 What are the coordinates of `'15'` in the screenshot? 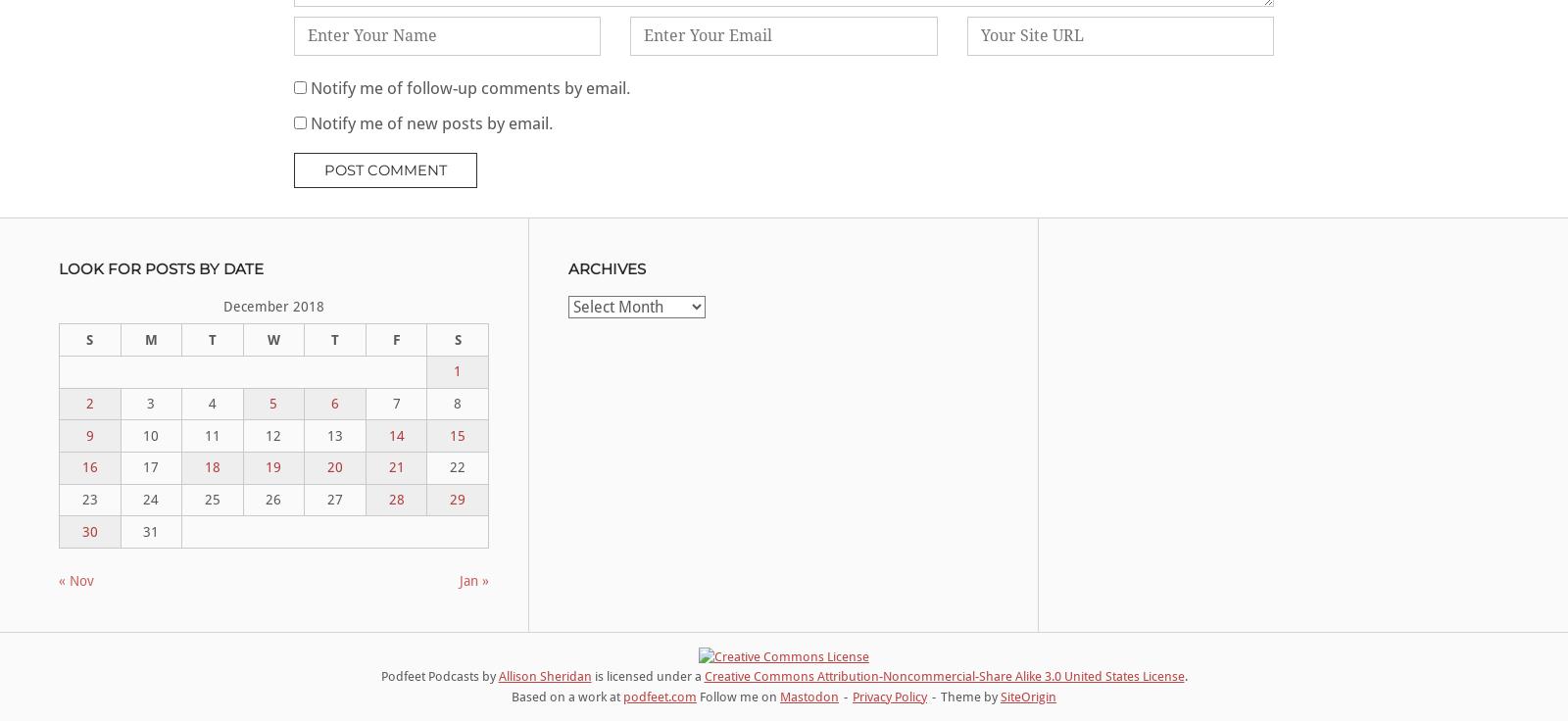 It's located at (457, 435).